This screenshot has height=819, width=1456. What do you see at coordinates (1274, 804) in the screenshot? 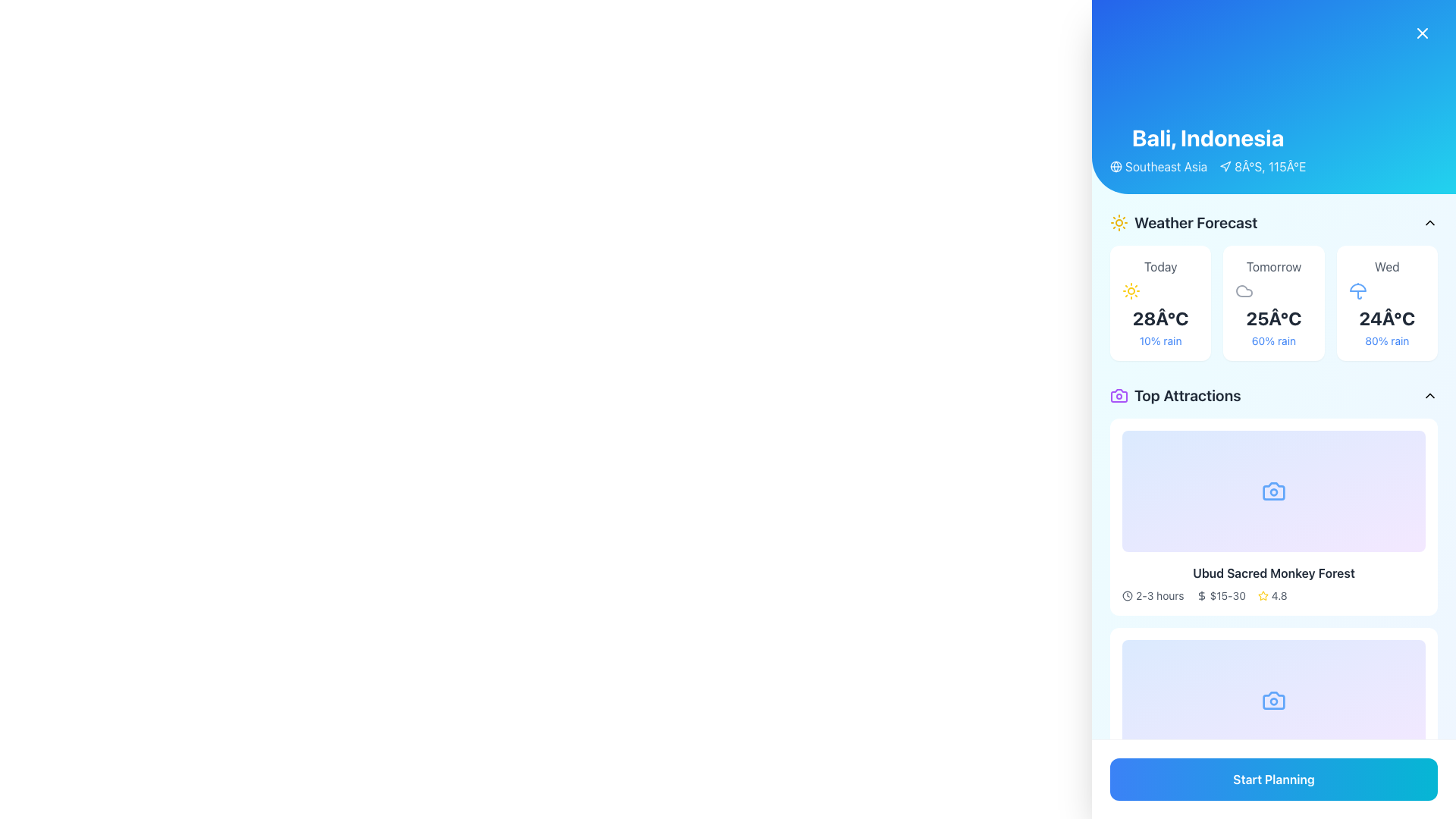
I see `the descriptive label or badge for 'Tanah Lot Temple' located in the 'Top Attractions' section, which includes text like '2-3 hours', cost range '$15-30', and rating '4.8'` at bounding box center [1274, 804].